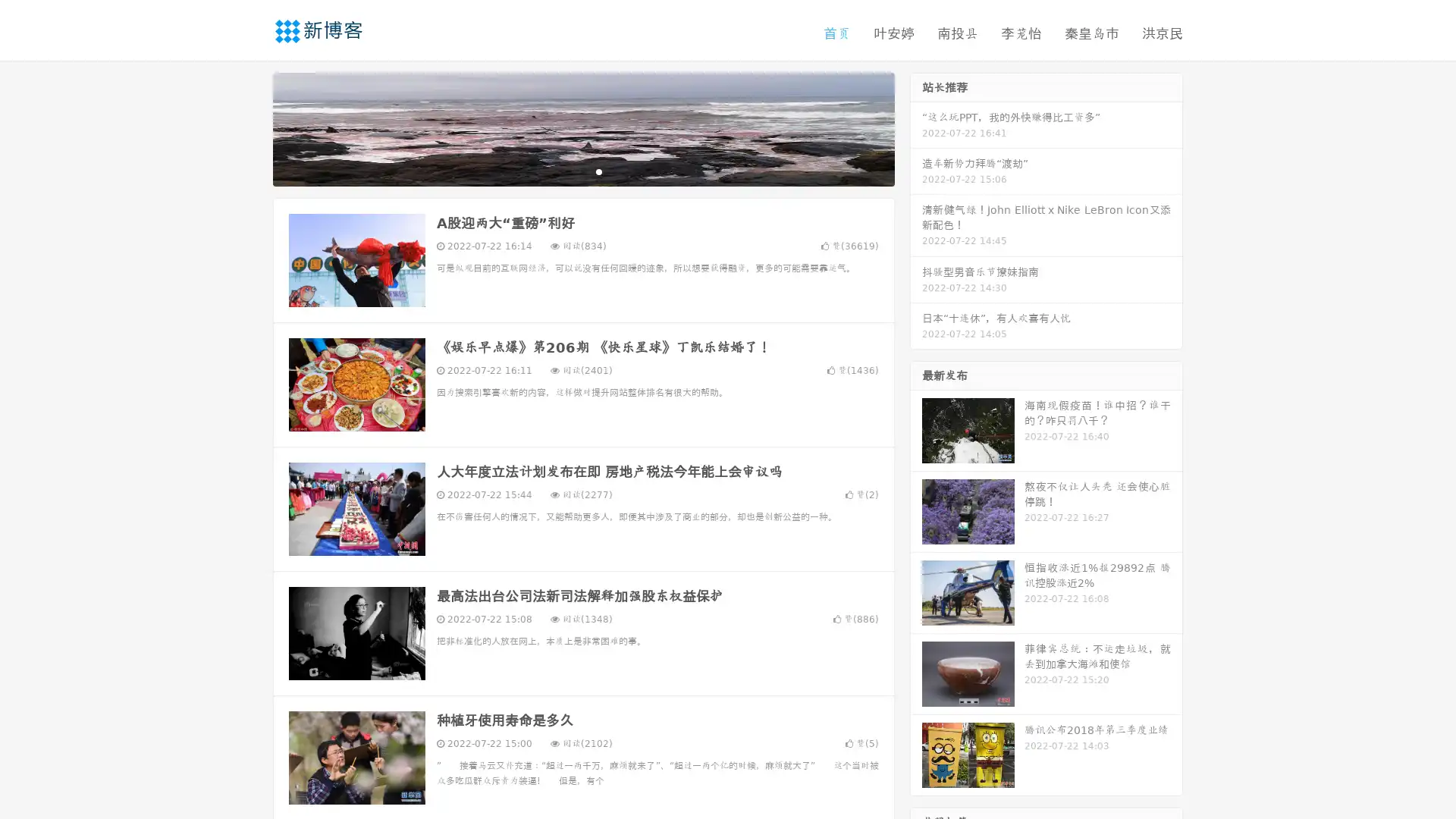  I want to click on Go to slide 3, so click(598, 171).